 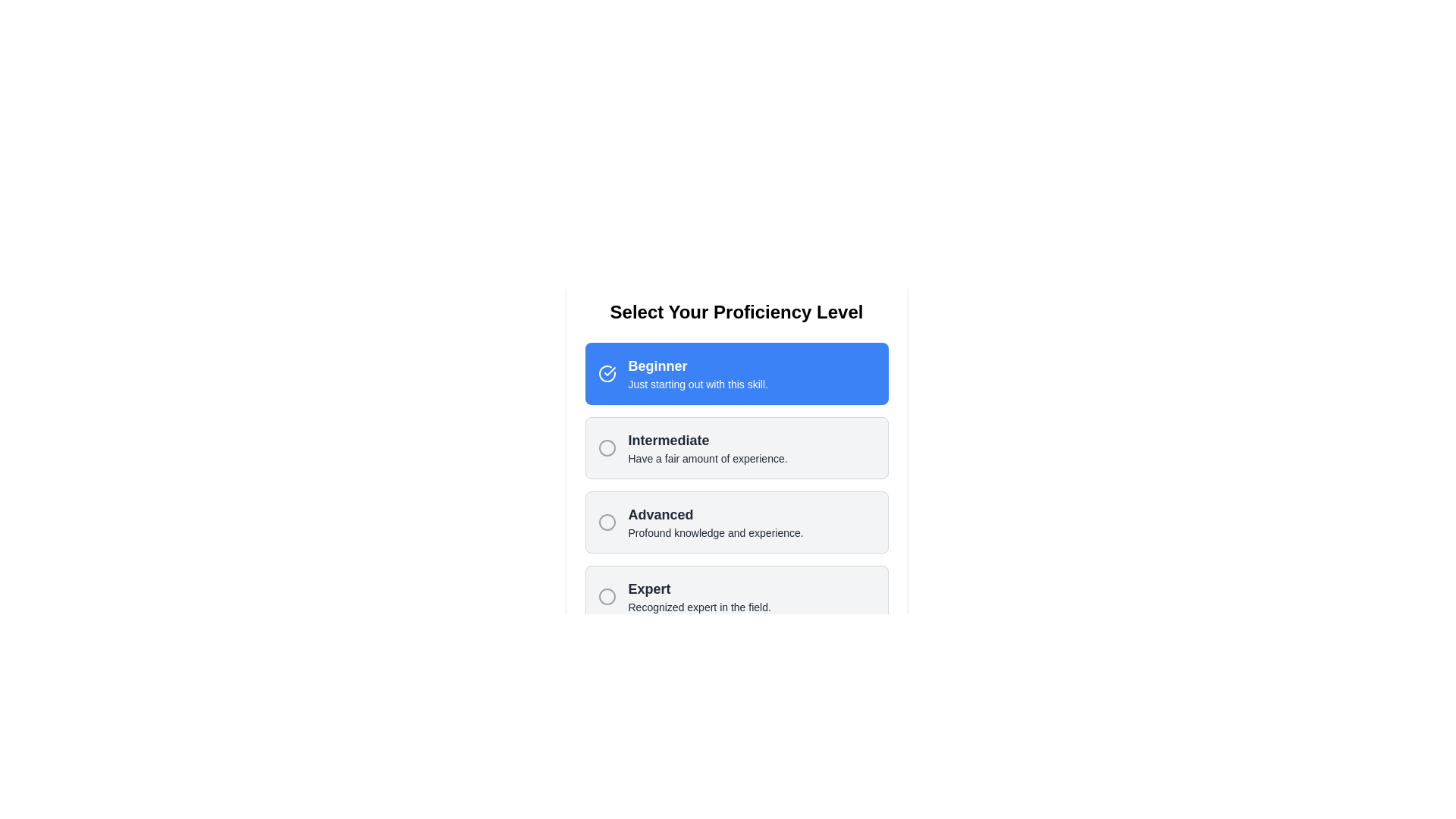 I want to click on the Circle SVG element representing the 'Expert' proficiency level option in the selection interface, so click(x=607, y=595).